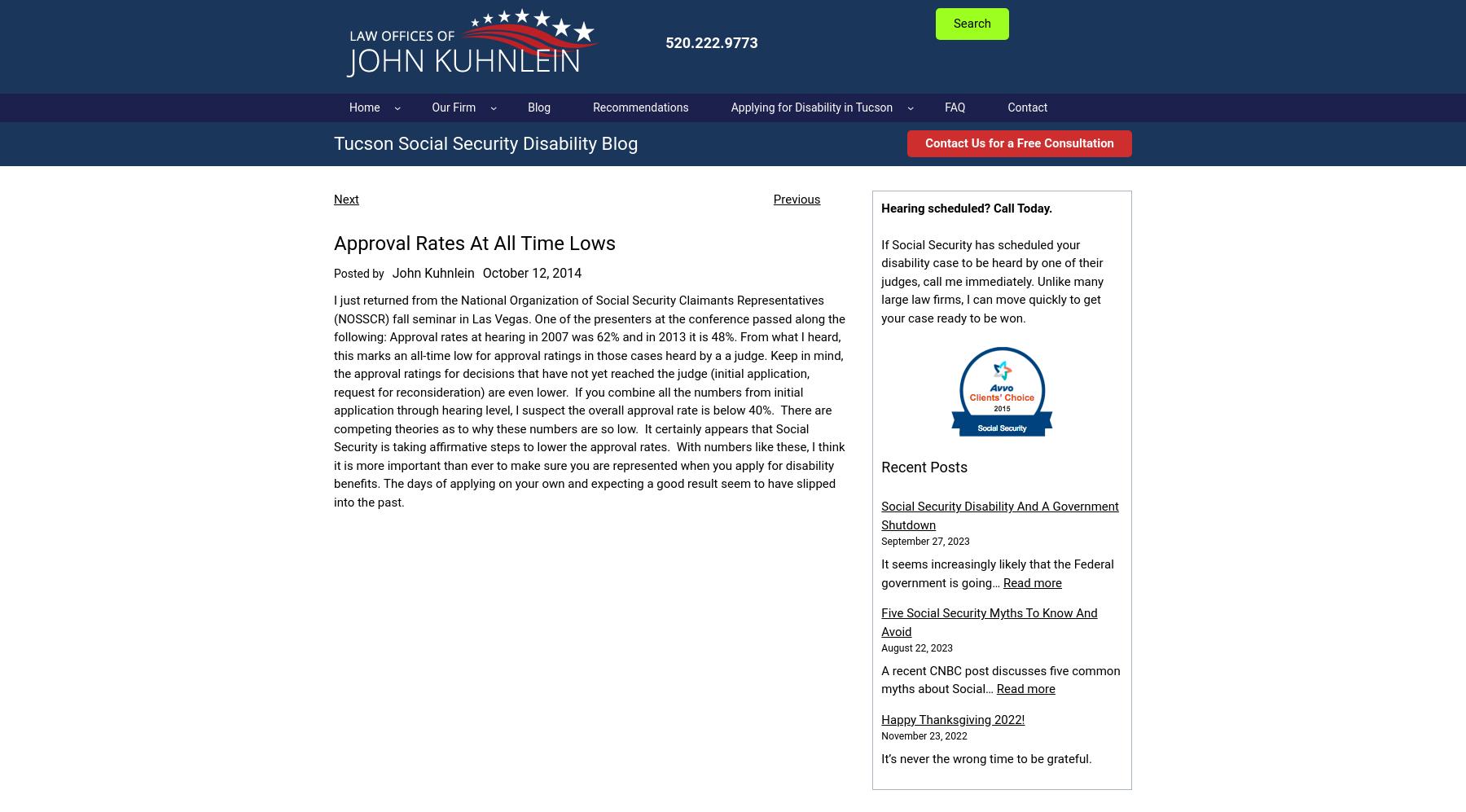  What do you see at coordinates (988, 622) in the screenshot?
I see `'Five Social Security Myths To Know And Avoid'` at bounding box center [988, 622].